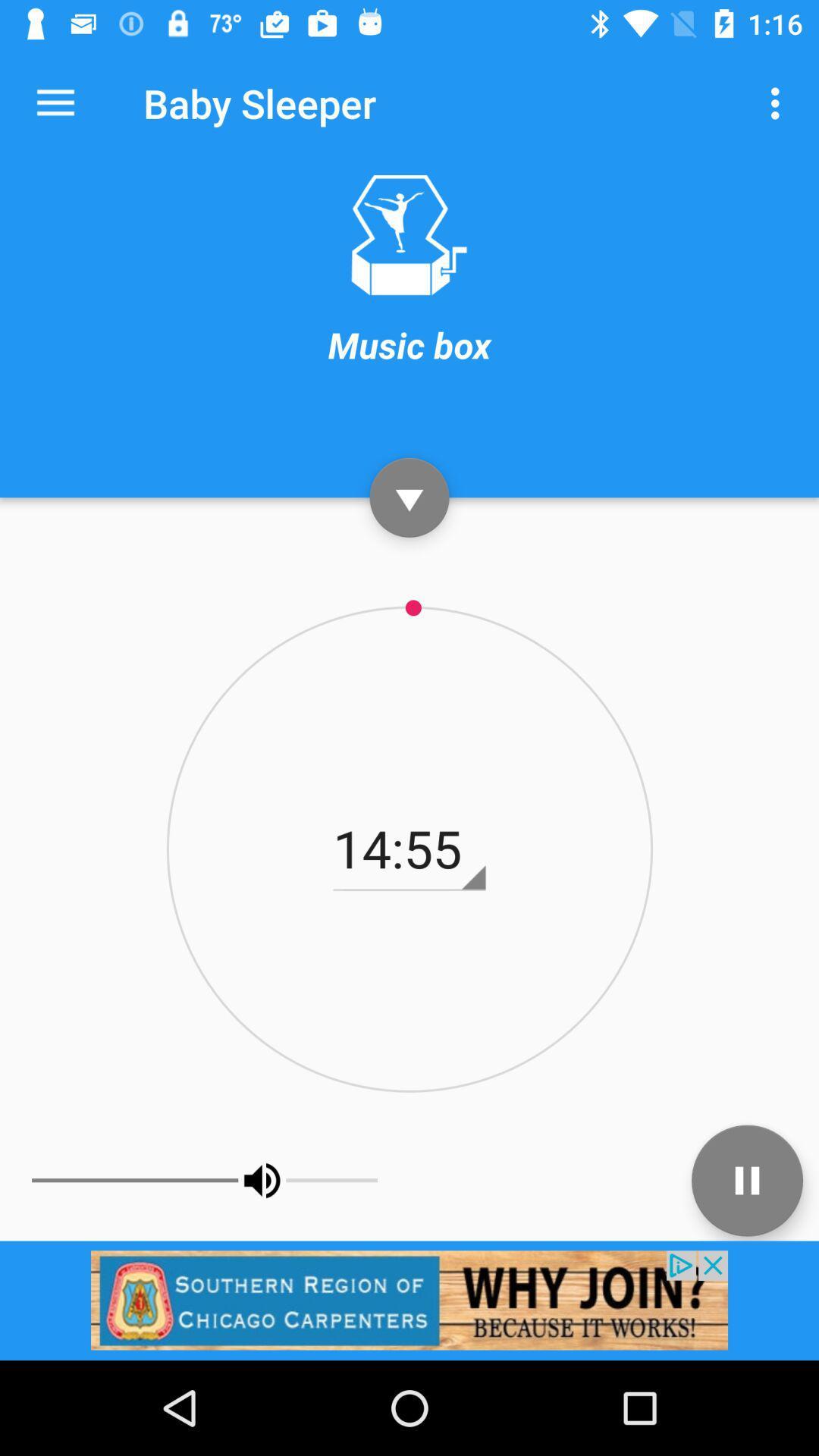 Image resolution: width=819 pixels, height=1456 pixels. What do you see at coordinates (408, 234) in the screenshot?
I see `choose a different type of music` at bounding box center [408, 234].